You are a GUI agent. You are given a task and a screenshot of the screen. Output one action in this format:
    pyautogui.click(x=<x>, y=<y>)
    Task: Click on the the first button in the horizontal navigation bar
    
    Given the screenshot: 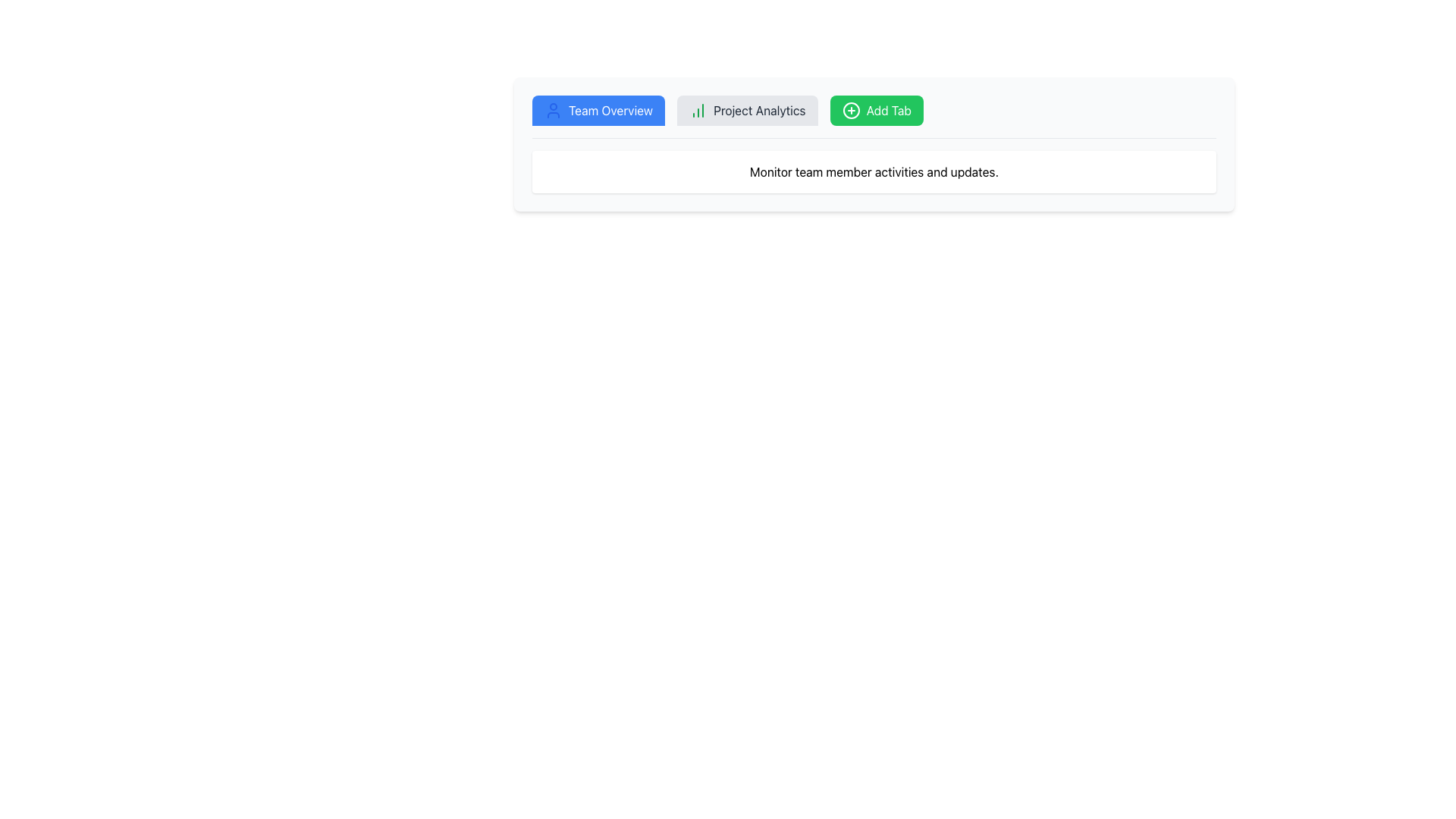 What is the action you would take?
    pyautogui.click(x=598, y=110)
    